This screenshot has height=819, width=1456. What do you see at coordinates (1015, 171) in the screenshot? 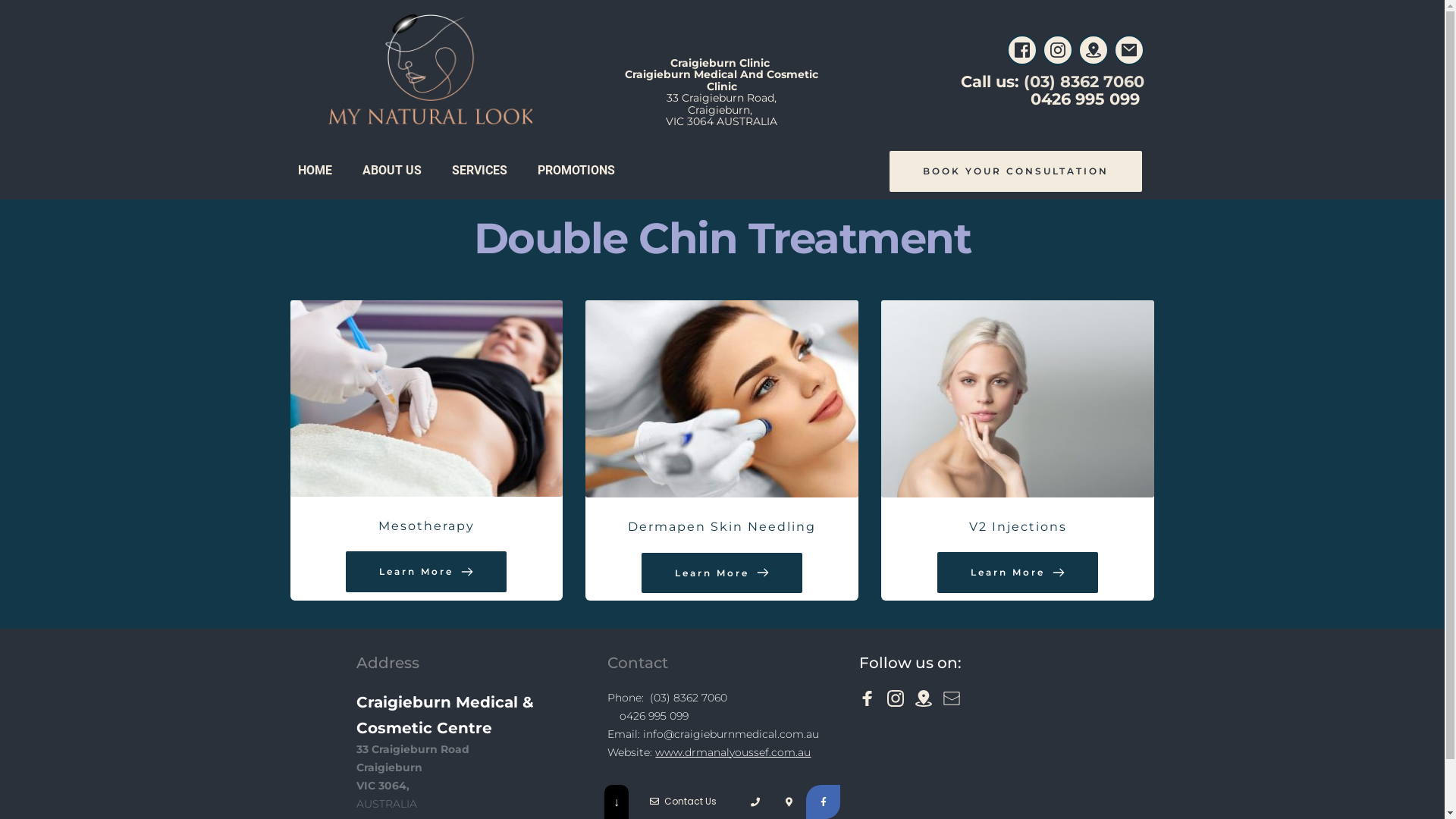
I see `'BOOK YOUR CONSULTATION'` at bounding box center [1015, 171].